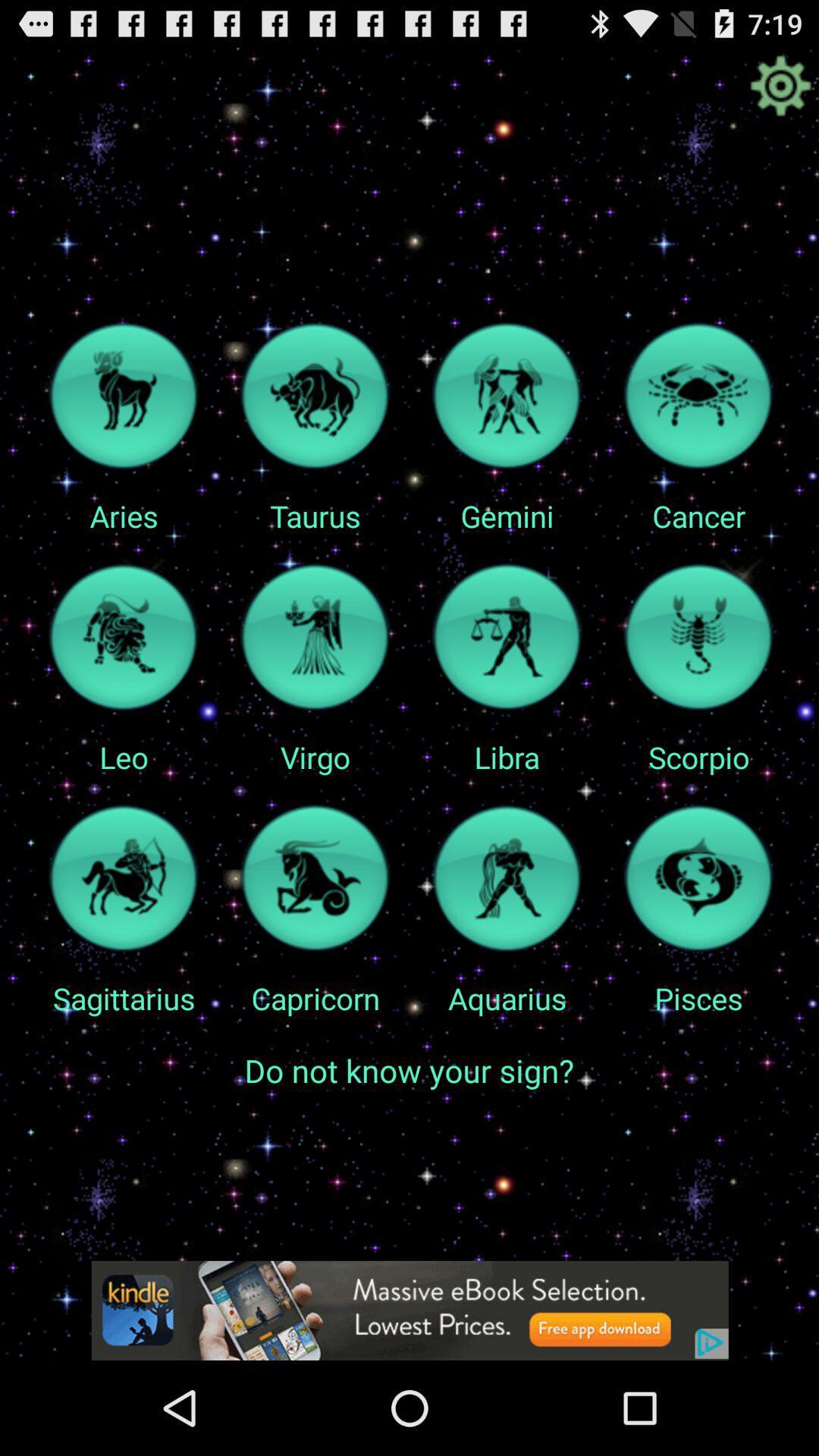 This screenshot has height=1456, width=819. What do you see at coordinates (409, 1310) in the screenshot?
I see `details about advertisement` at bounding box center [409, 1310].